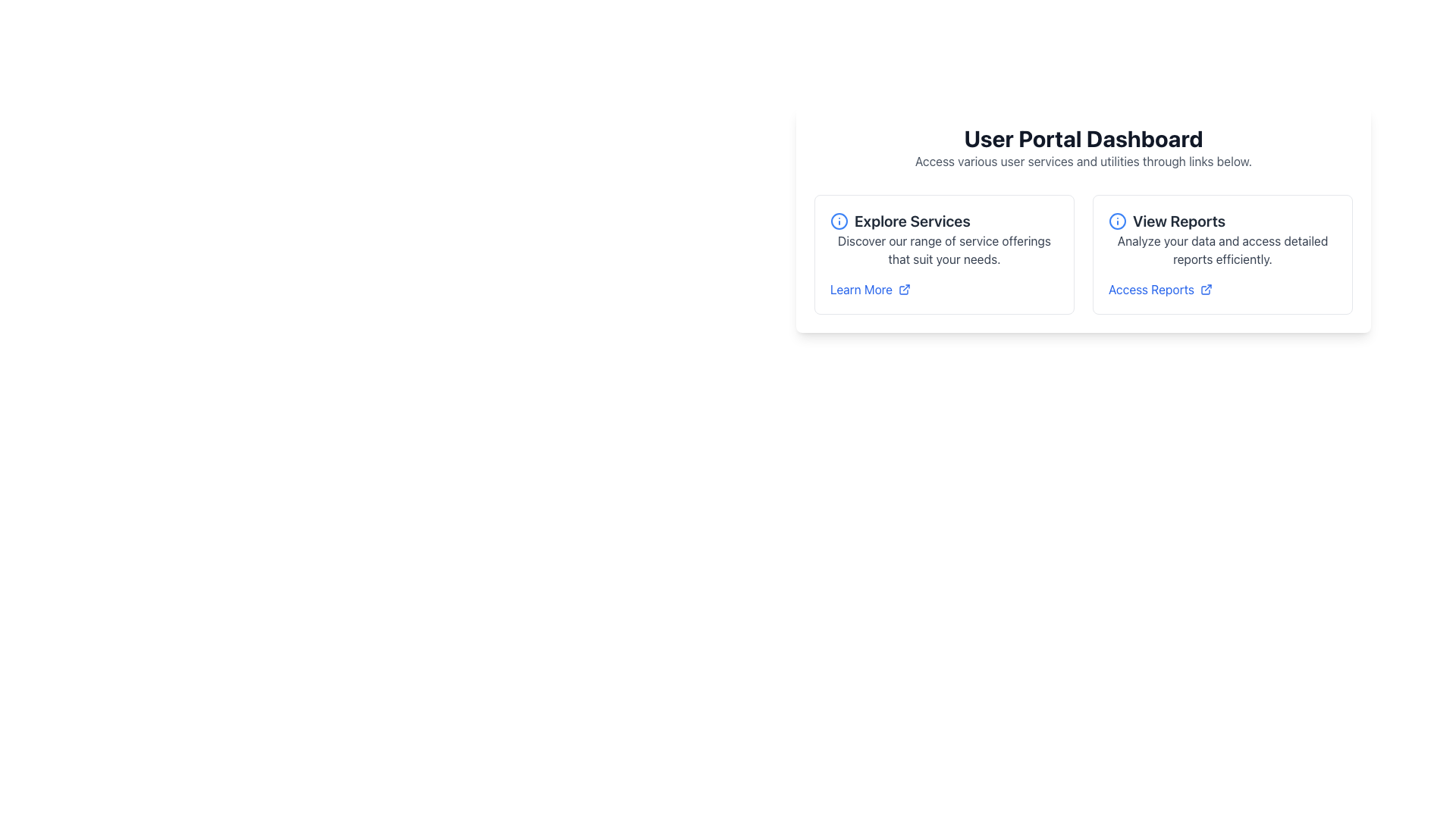 The height and width of the screenshot is (819, 1456). Describe the element at coordinates (1083, 161) in the screenshot. I see `the static text label that reads 'Access various user services and utilities through links below,' which is located directly below the bold heading 'User Portal Dashboard.'` at that location.